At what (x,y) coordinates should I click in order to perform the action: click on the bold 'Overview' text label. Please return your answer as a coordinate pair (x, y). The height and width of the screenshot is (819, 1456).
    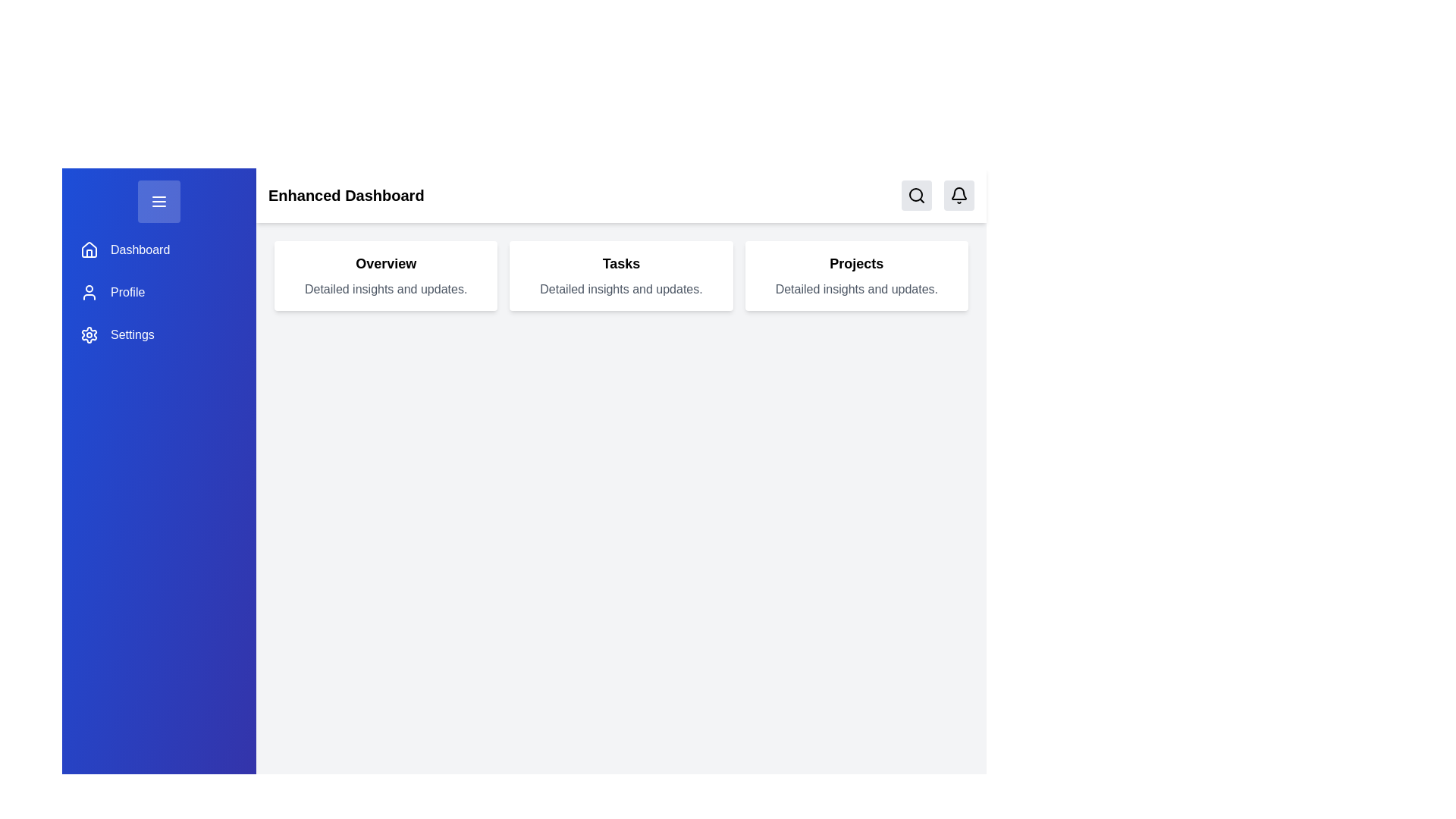
    Looking at the image, I should click on (386, 262).